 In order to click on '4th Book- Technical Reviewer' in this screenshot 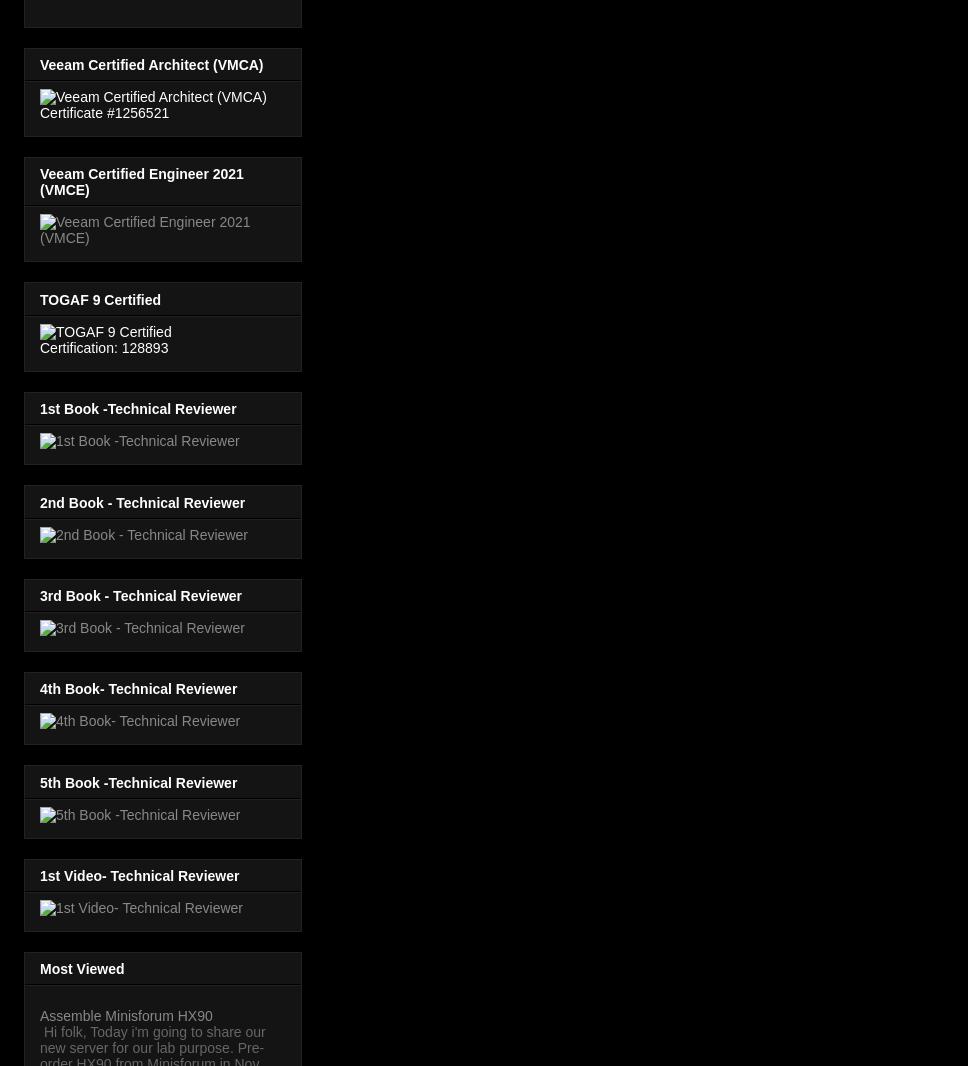, I will do `click(137, 687)`.